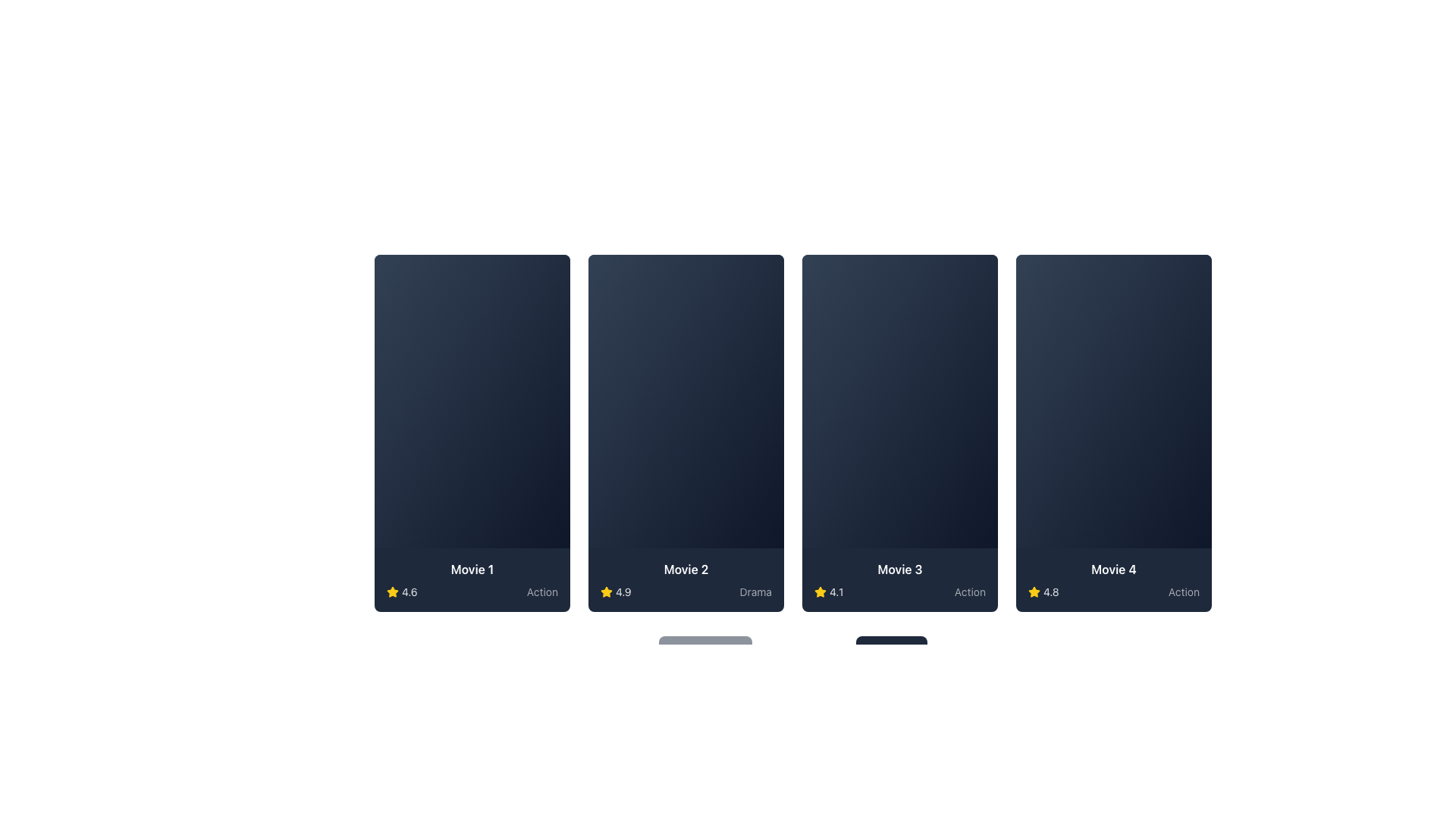 This screenshot has height=819, width=1456. What do you see at coordinates (819, 591) in the screenshot?
I see `the star icon indicating a rating value of '4.1' located at the bottom part of the 'Movie 3' card` at bounding box center [819, 591].